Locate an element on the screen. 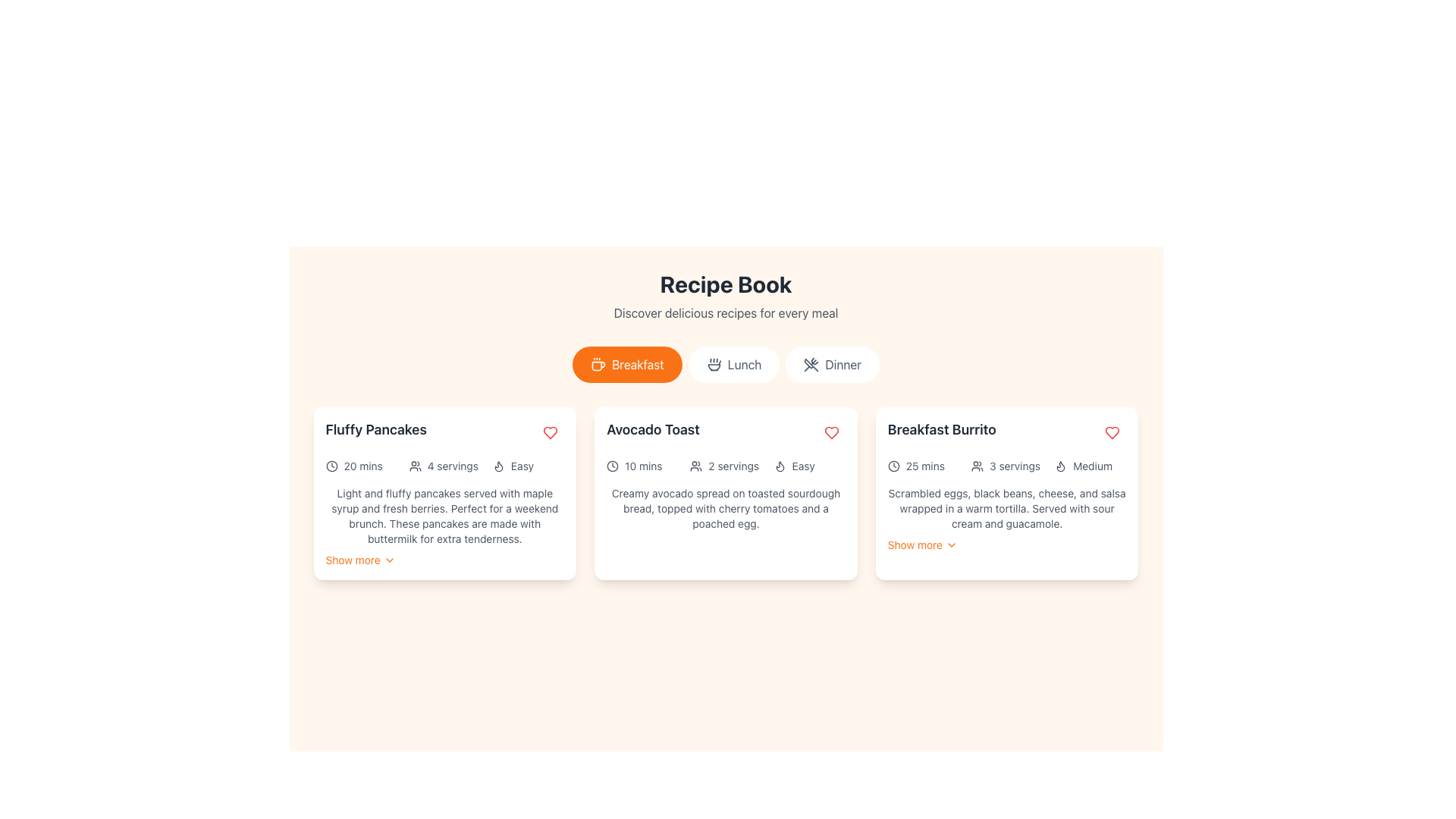 This screenshot has height=819, width=1456. the icons in the informational text group of the 'Avocado Toast' recipe card, located in the middle section, just below the title and above the recipe description is located at coordinates (725, 465).